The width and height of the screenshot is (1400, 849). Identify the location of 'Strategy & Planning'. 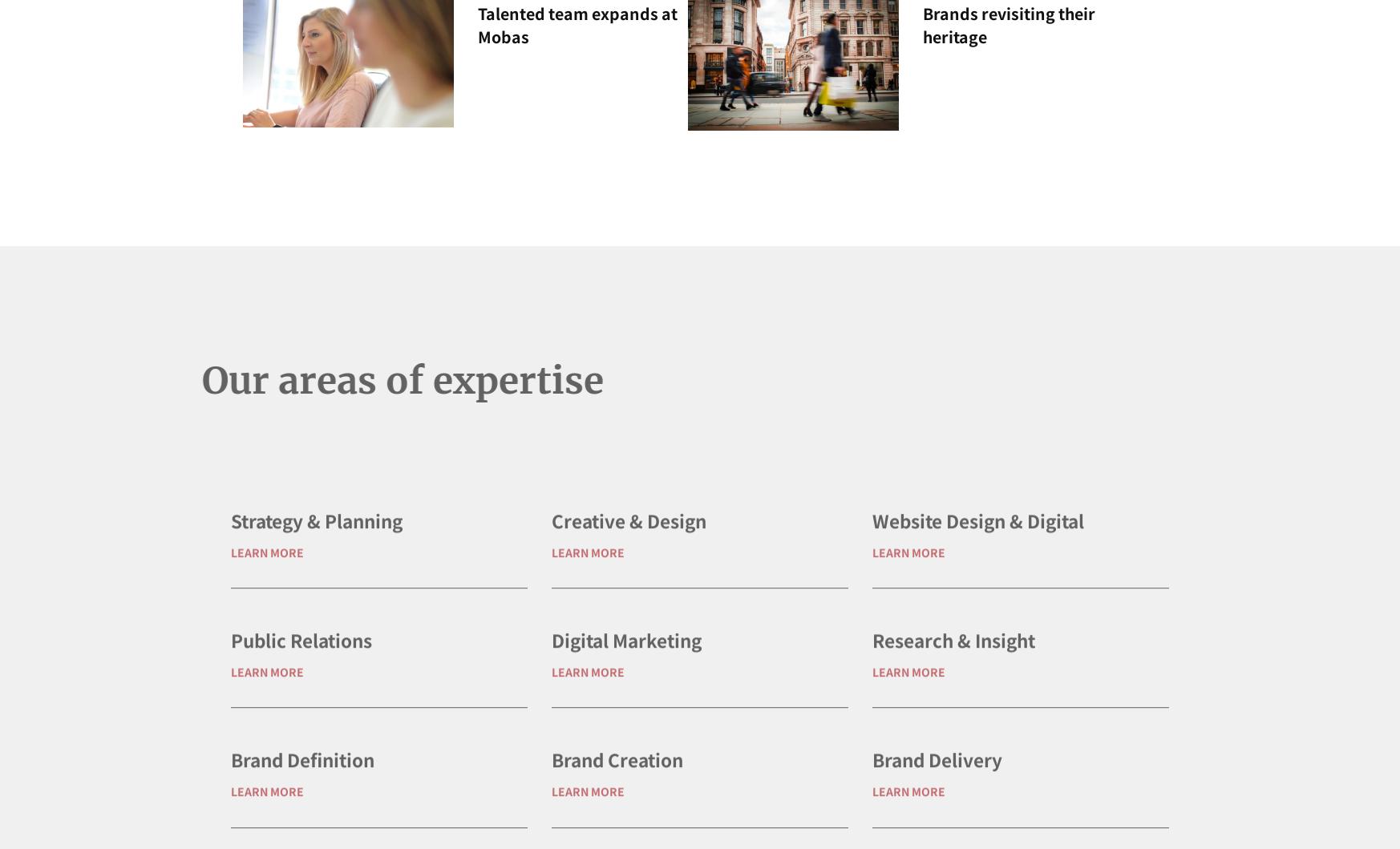
(315, 570).